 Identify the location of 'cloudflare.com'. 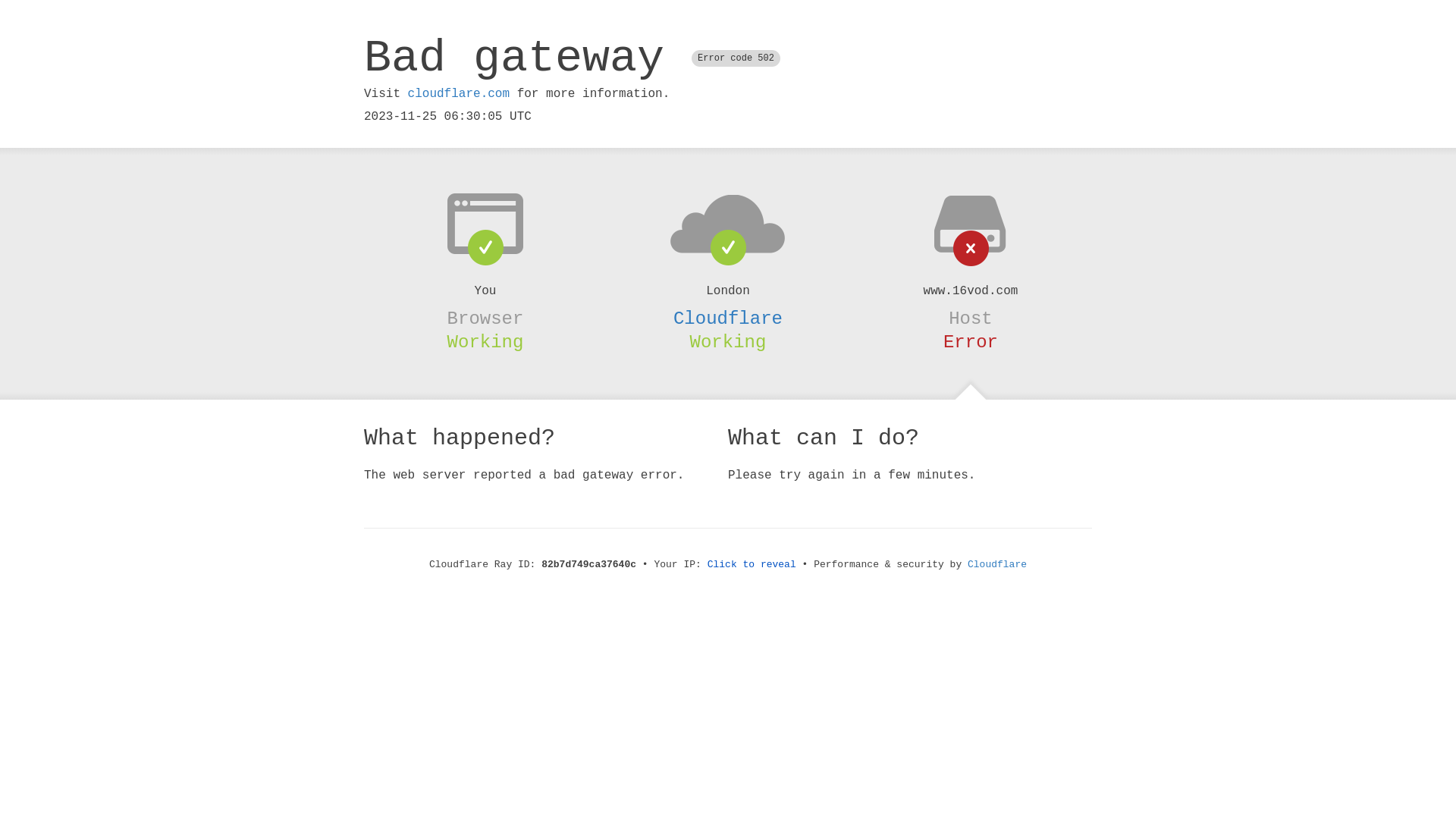
(457, 93).